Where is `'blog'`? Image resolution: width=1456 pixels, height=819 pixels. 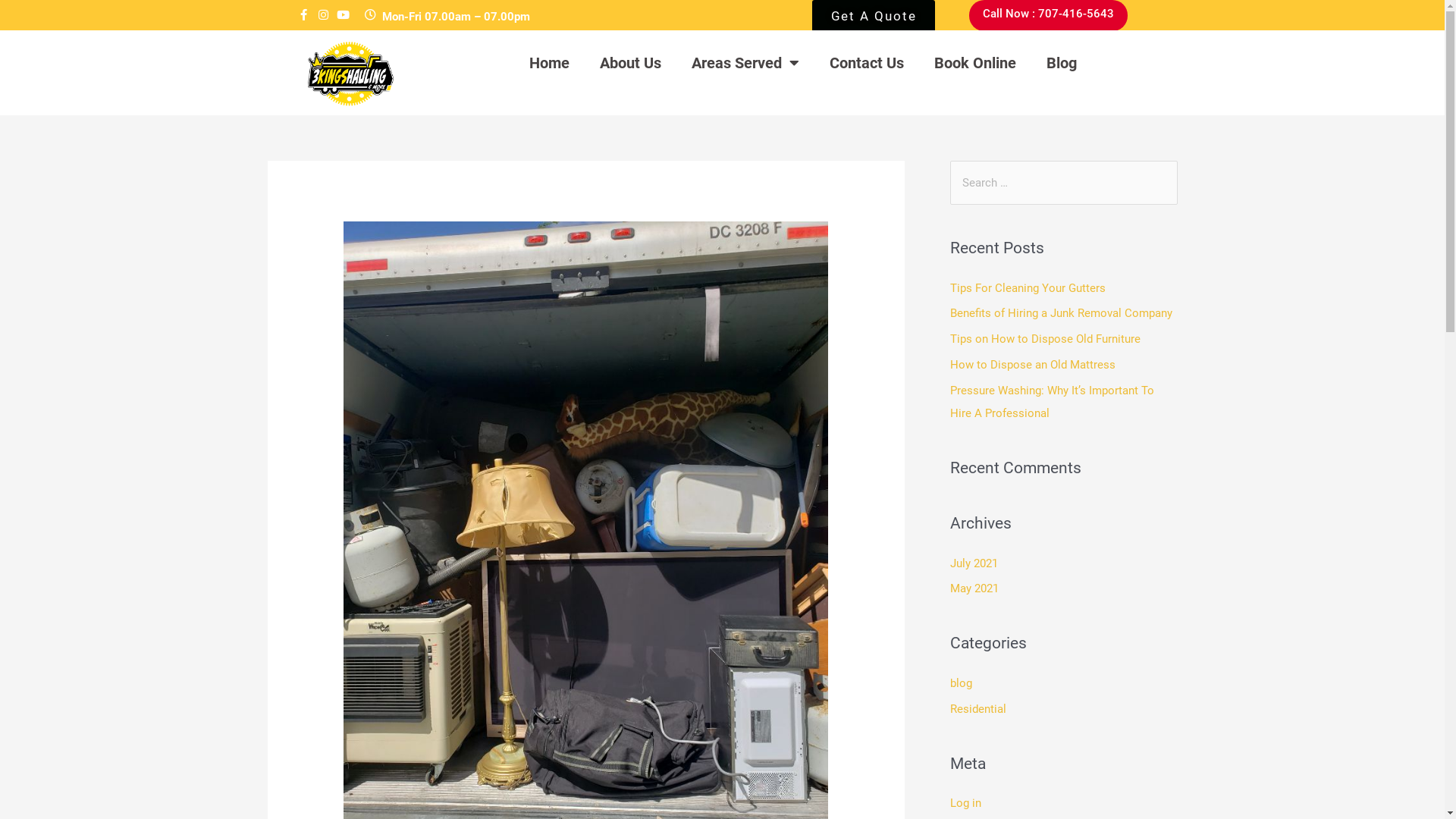 'blog' is located at coordinates (959, 683).